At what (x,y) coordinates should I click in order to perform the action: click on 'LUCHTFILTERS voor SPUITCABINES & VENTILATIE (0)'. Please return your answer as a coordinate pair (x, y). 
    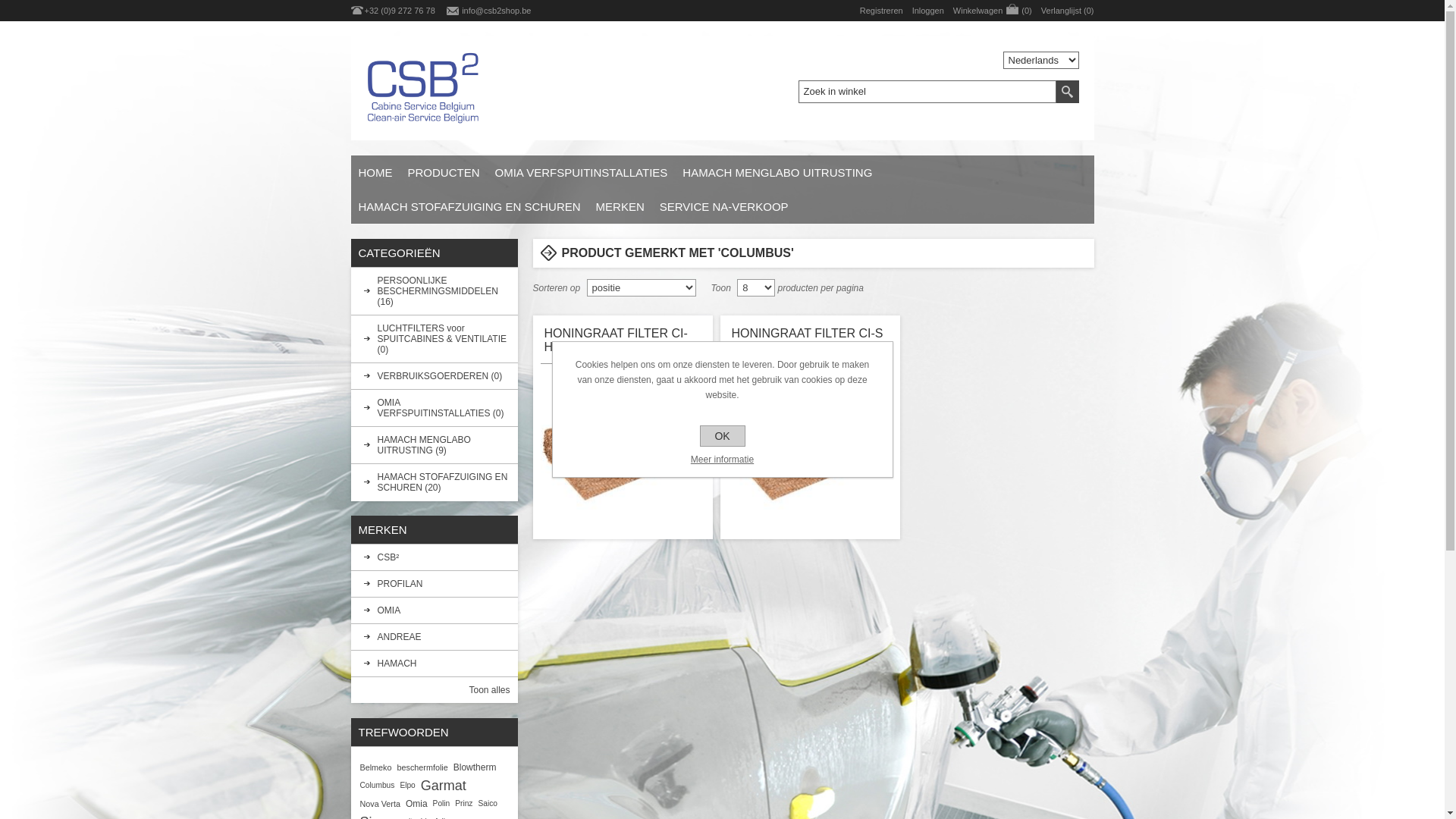
    Looking at the image, I should click on (432, 338).